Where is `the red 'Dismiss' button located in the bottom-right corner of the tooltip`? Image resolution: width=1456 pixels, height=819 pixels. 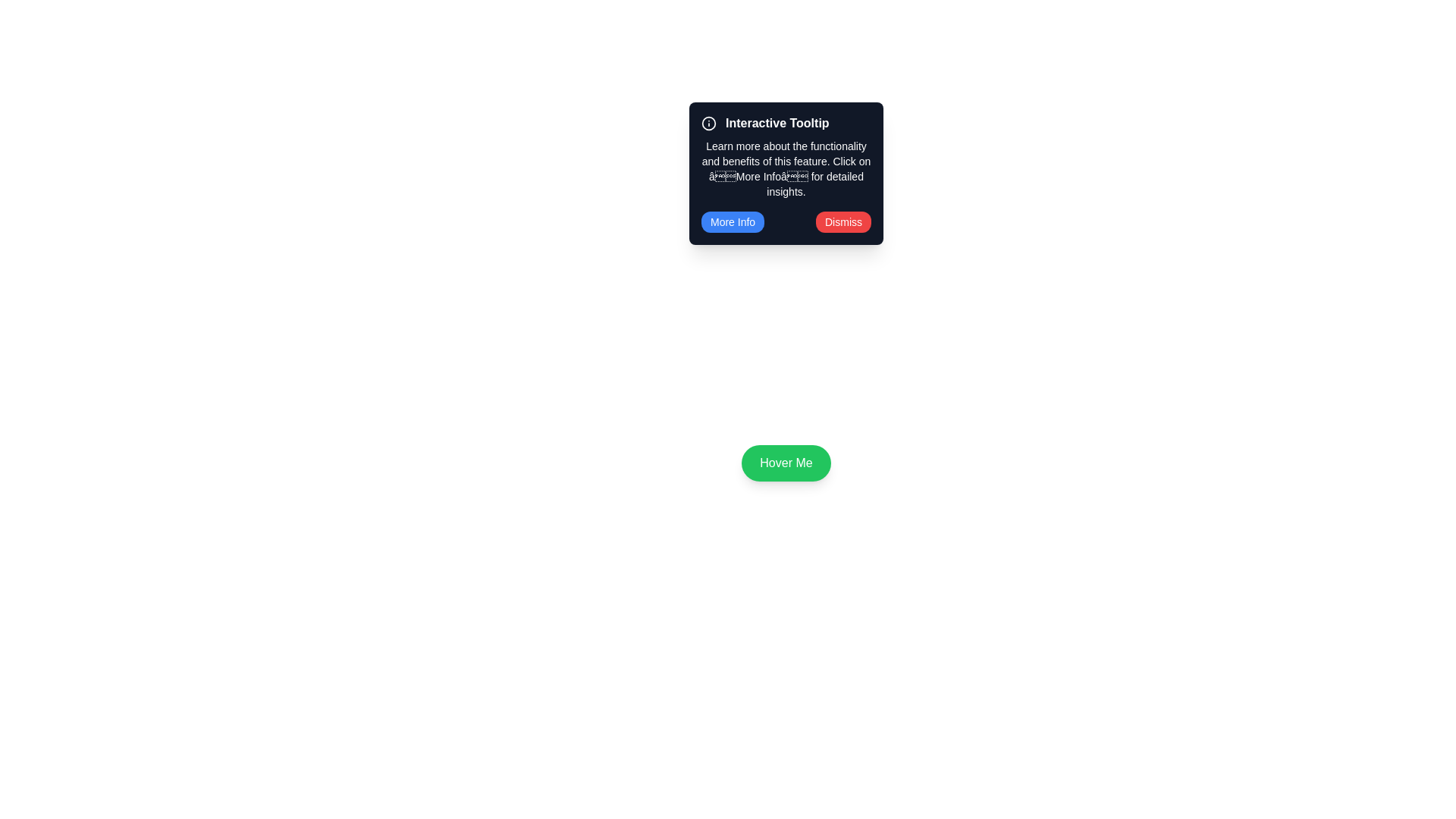 the red 'Dismiss' button located in the bottom-right corner of the tooltip is located at coordinates (843, 222).